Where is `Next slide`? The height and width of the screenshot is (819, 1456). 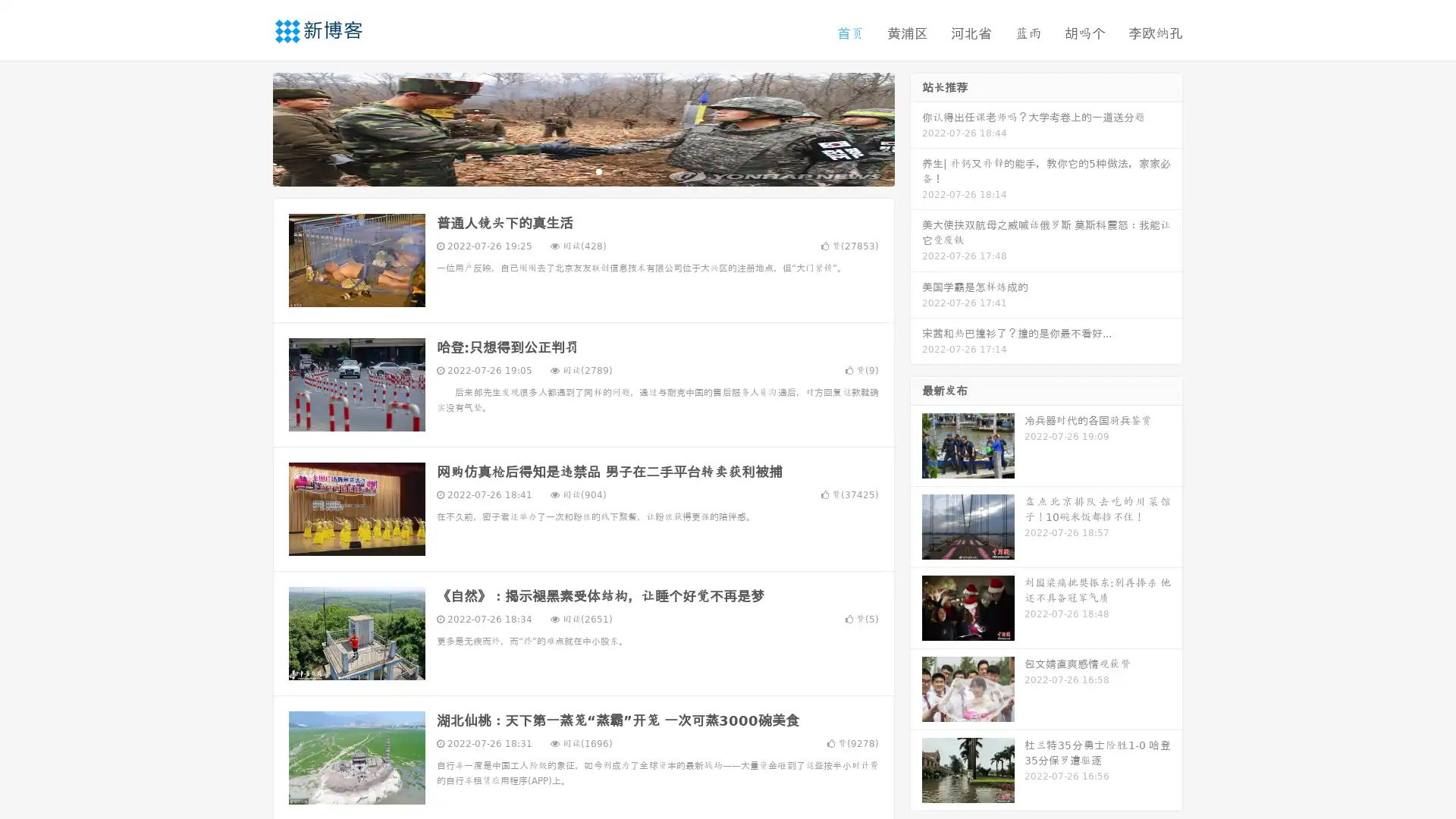 Next slide is located at coordinates (916, 127).